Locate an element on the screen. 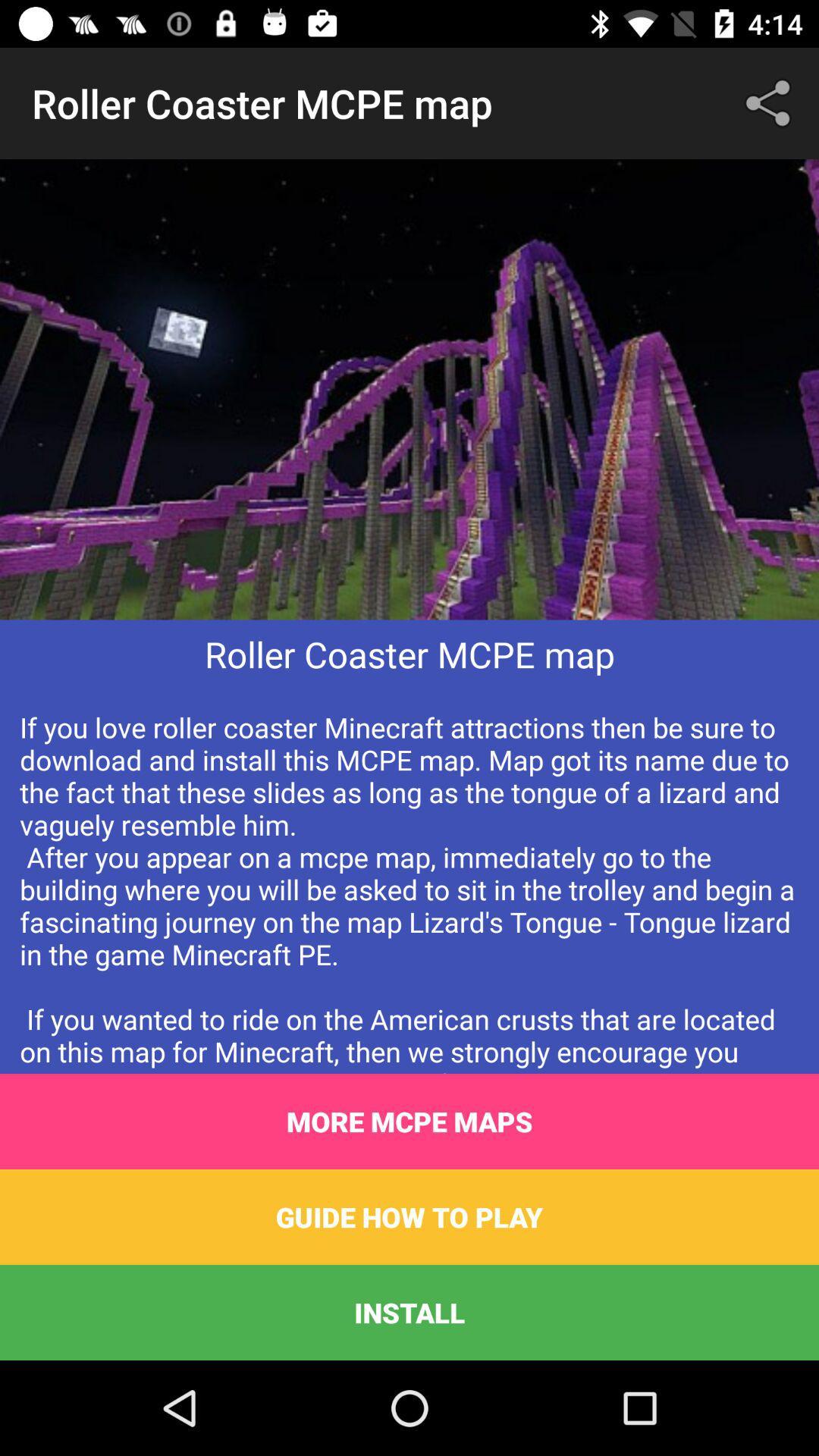  the guide how to is located at coordinates (409, 1216).